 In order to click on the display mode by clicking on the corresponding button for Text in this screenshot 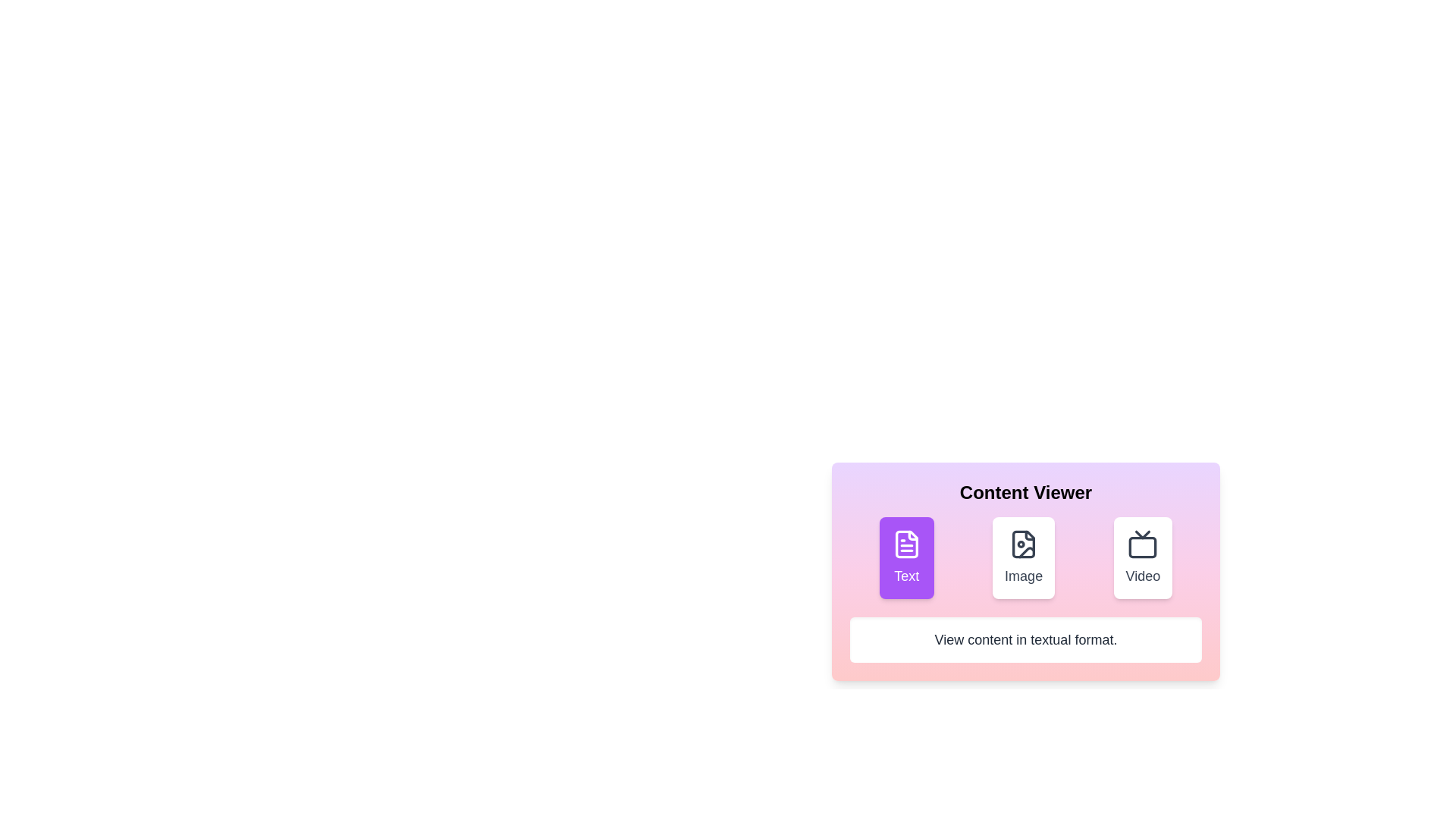, I will do `click(906, 558)`.